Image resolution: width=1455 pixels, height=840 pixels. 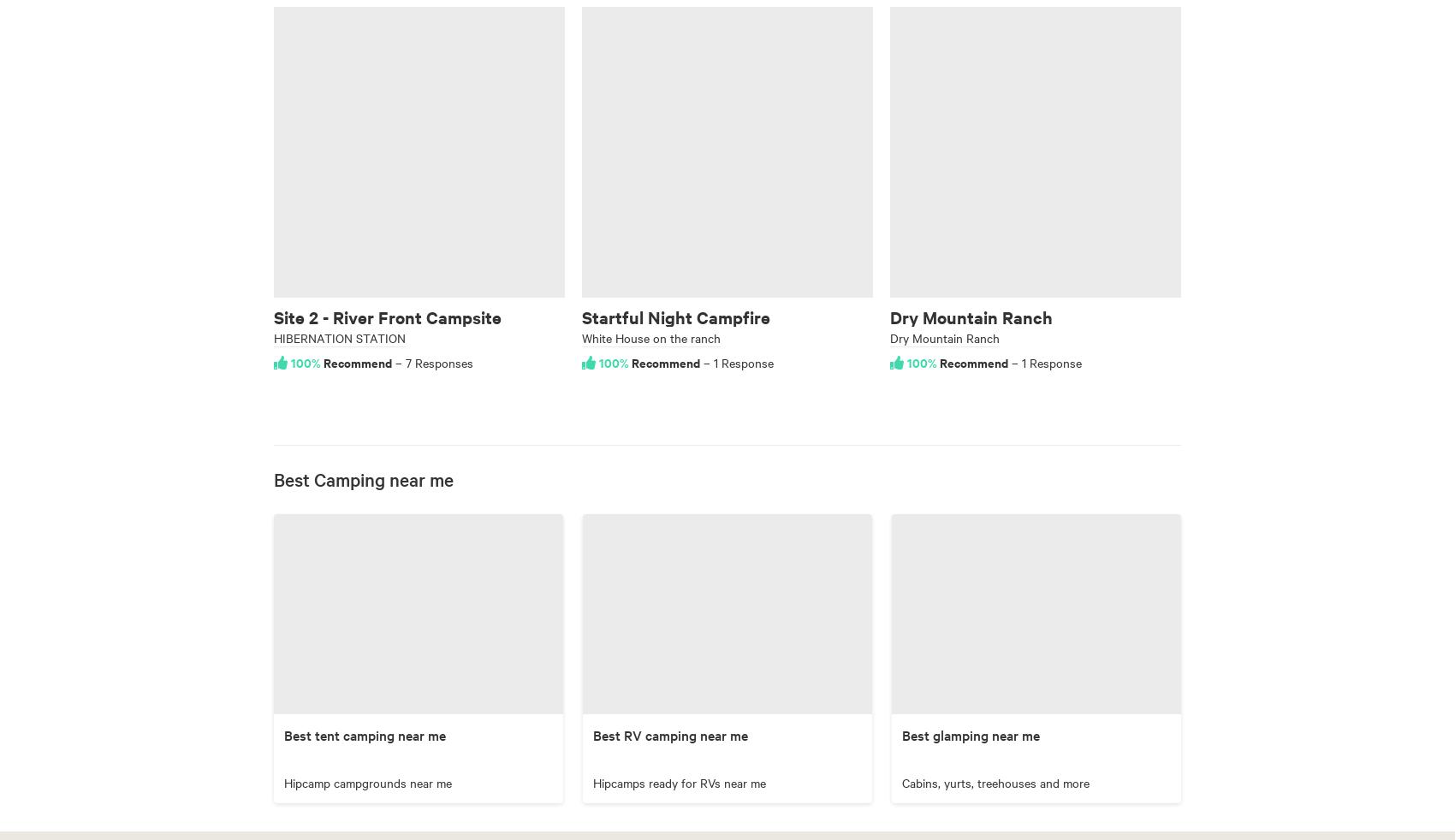 What do you see at coordinates (365, 733) in the screenshot?
I see `'Best tent camping near me'` at bounding box center [365, 733].